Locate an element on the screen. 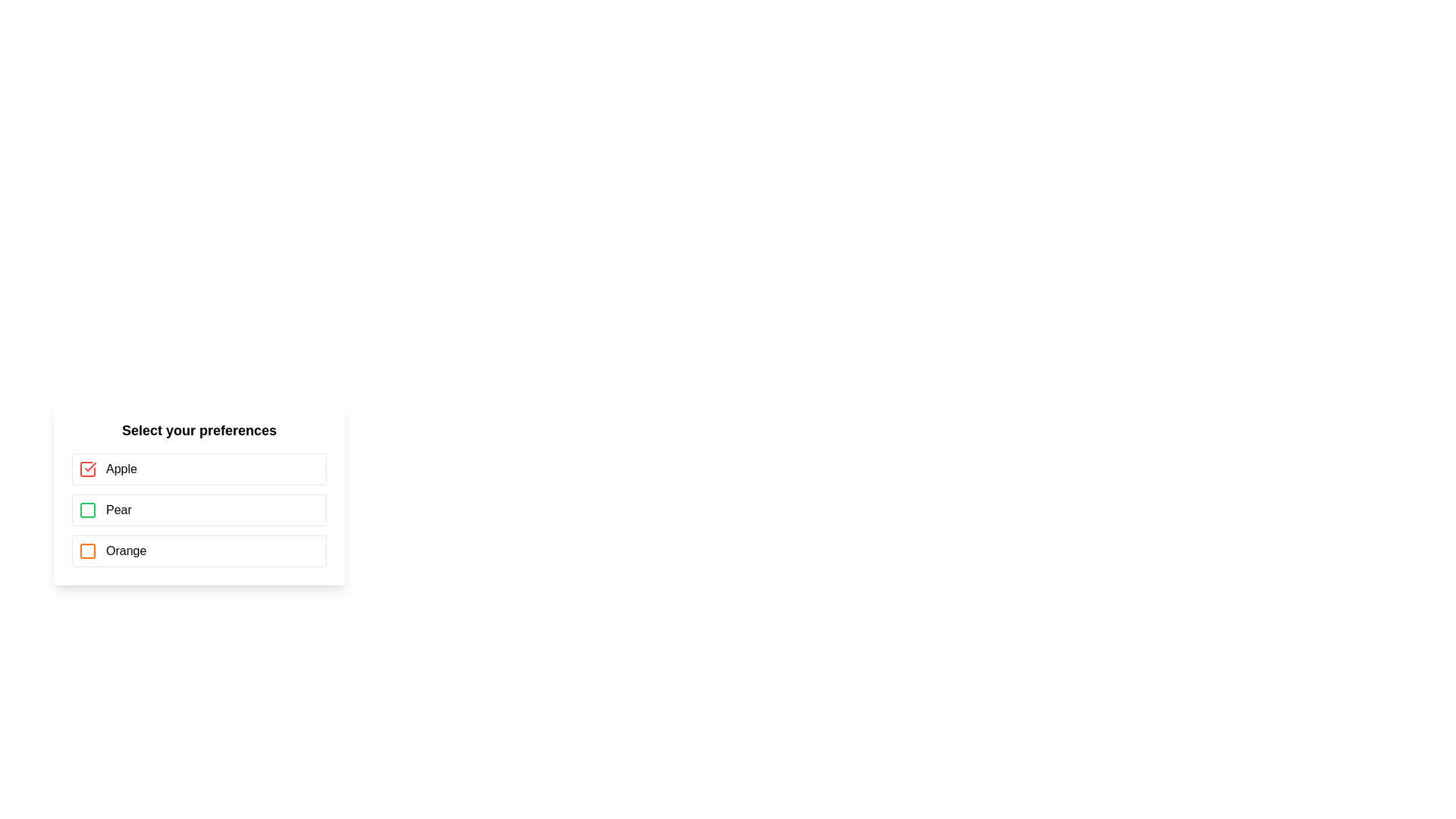  the checkbox associated with the text 'Pear' is located at coordinates (86, 510).